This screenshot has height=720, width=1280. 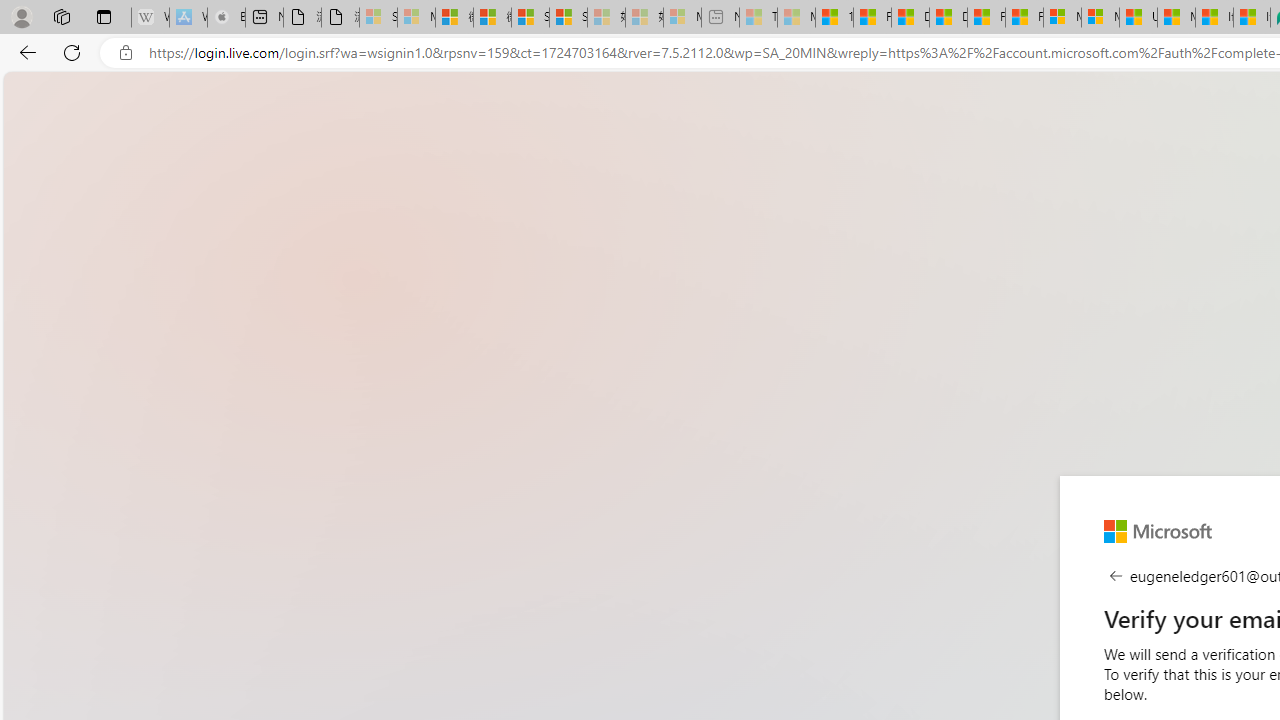 What do you see at coordinates (872, 17) in the screenshot?
I see `'Food and Drink - MSN'` at bounding box center [872, 17].